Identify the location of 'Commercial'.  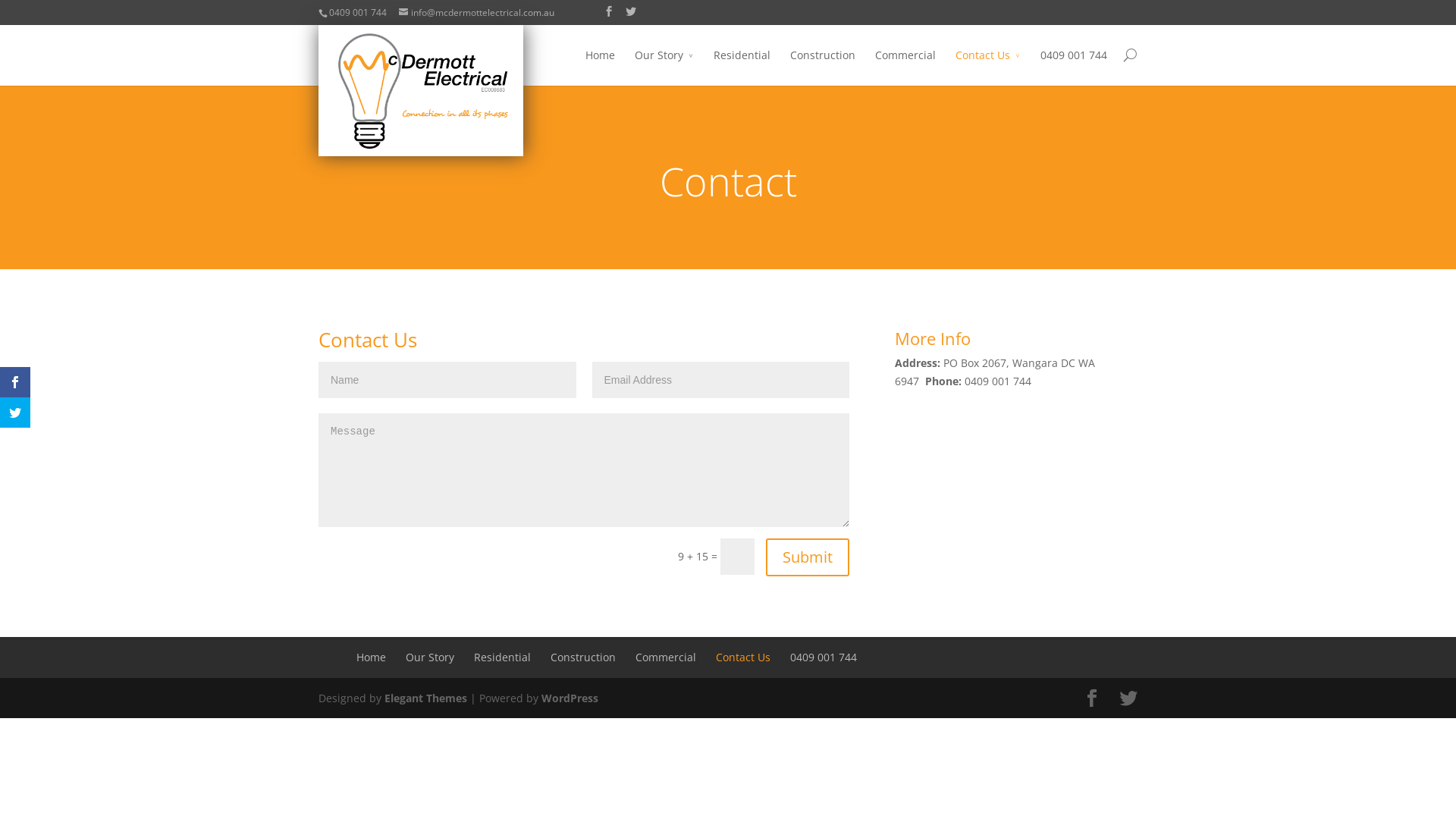
(905, 65).